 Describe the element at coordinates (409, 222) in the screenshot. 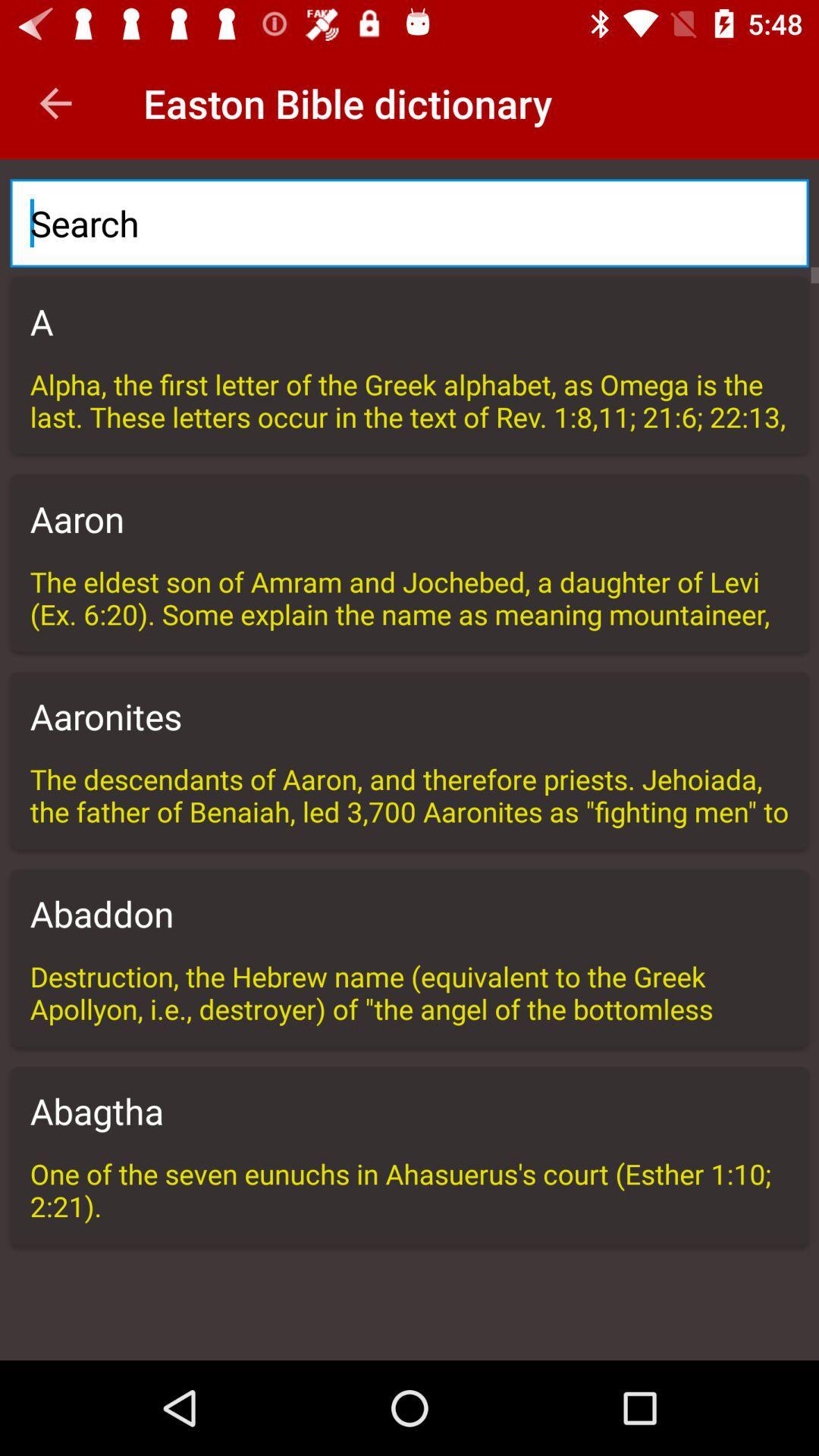

I see `input search` at that location.